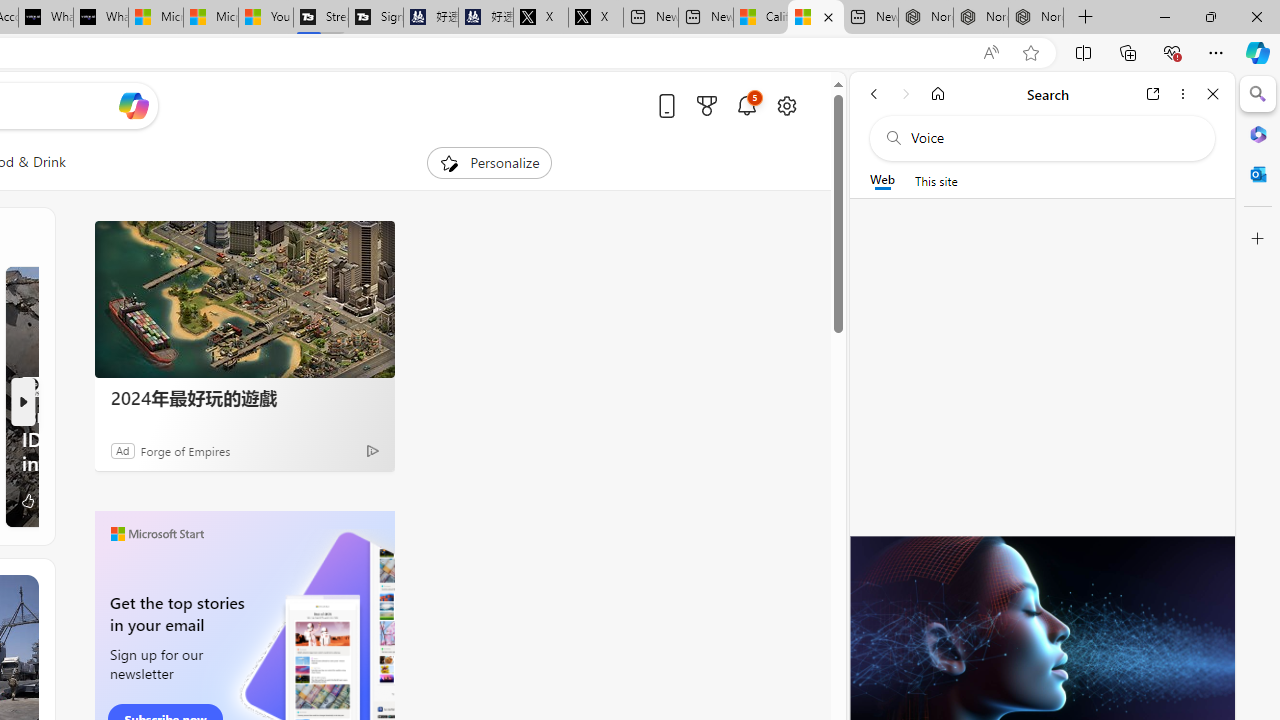 This screenshot has width=1280, height=720. I want to click on 'Nordace Siena Pro 15 Backpack', so click(981, 17).